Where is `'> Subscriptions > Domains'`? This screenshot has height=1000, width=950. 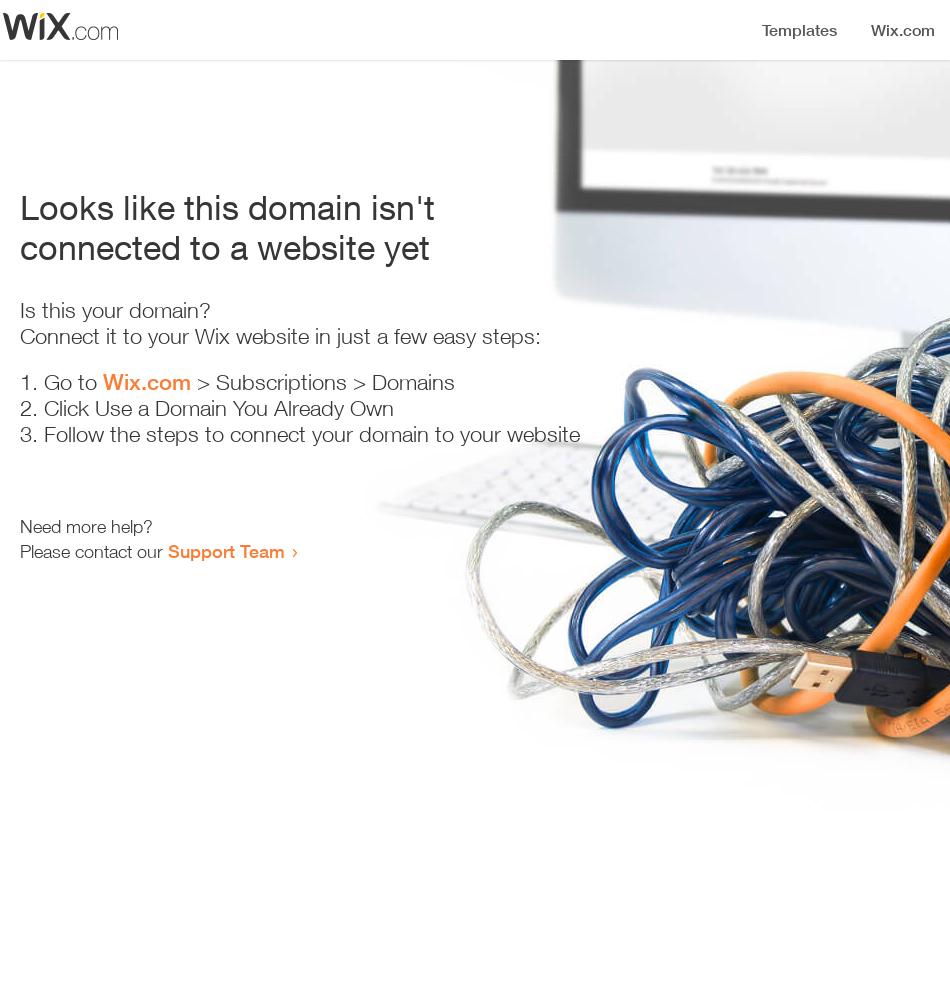
'> Subscriptions > Domains' is located at coordinates (191, 382).